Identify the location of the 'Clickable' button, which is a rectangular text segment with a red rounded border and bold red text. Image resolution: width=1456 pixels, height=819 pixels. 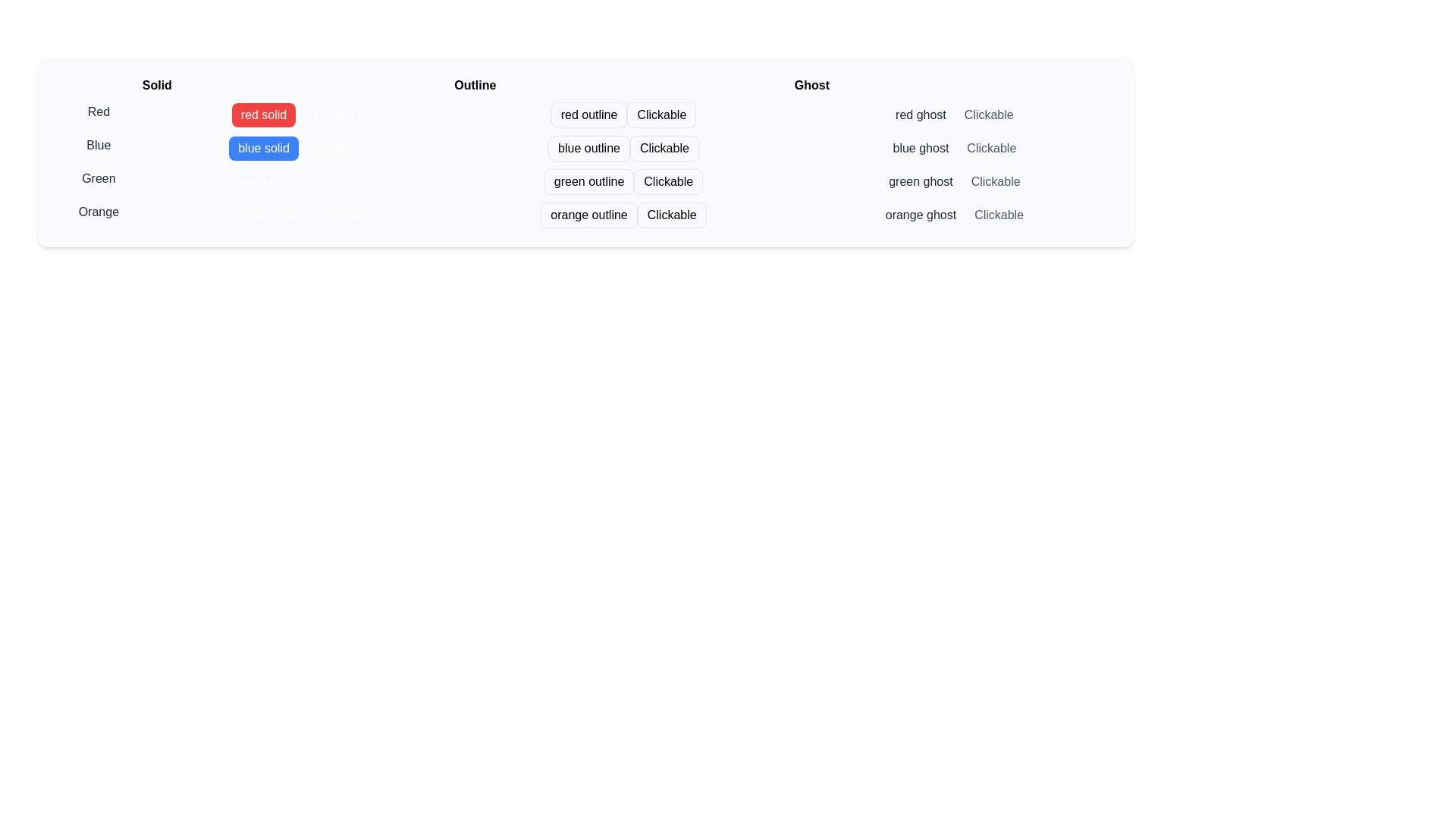
(661, 114).